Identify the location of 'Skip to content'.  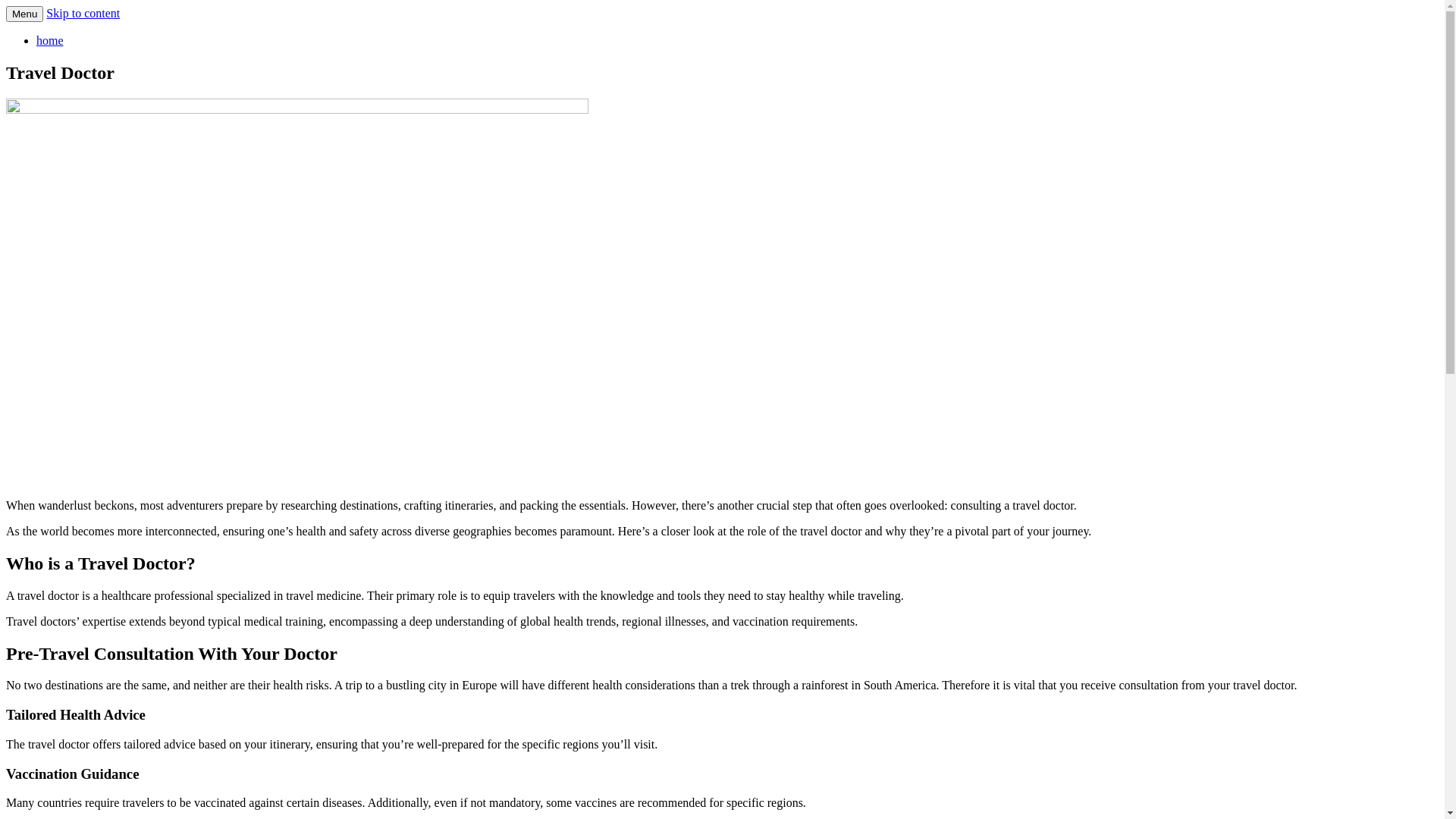
(82, 13).